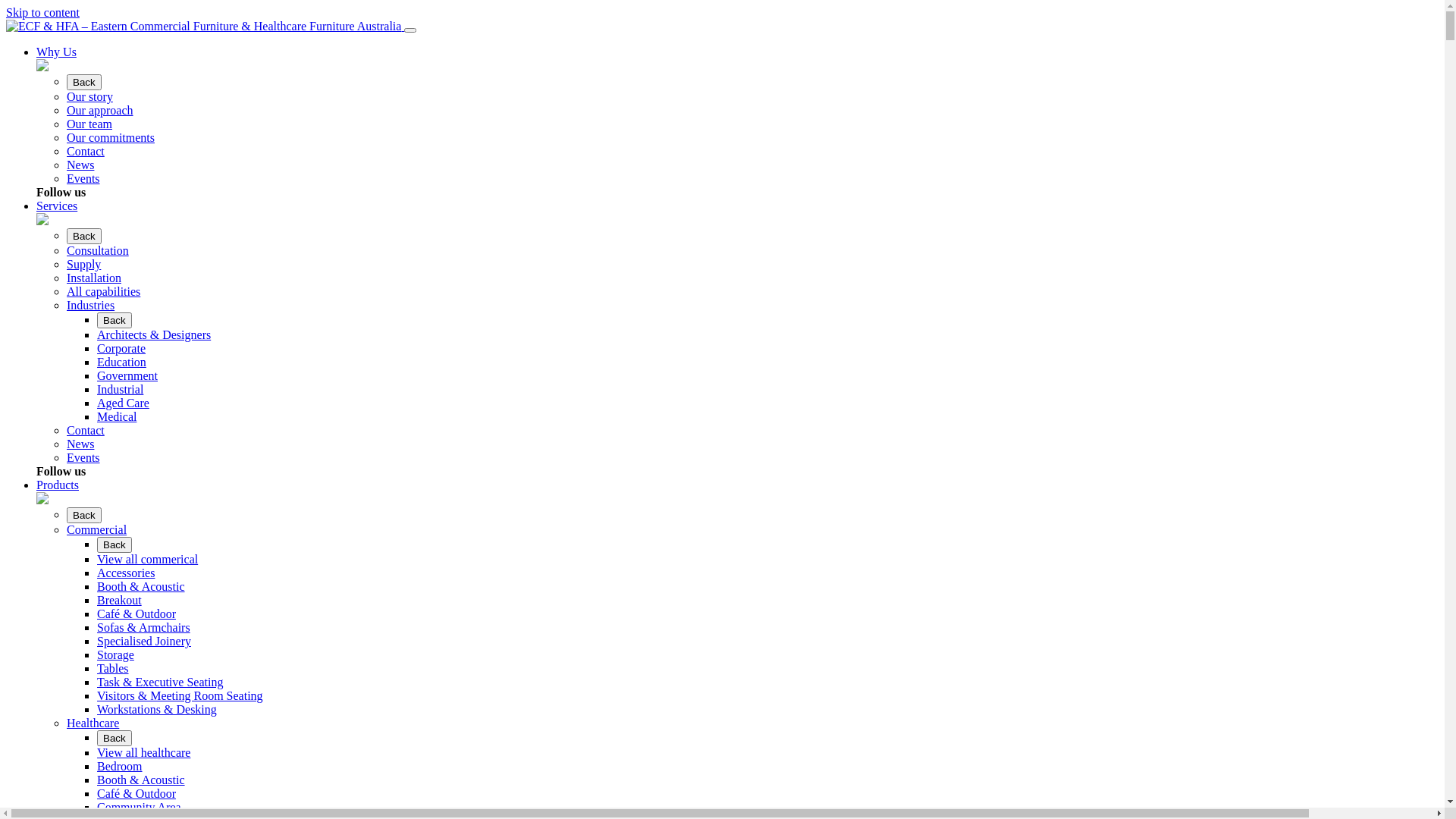  I want to click on 'Medical', so click(115, 416).